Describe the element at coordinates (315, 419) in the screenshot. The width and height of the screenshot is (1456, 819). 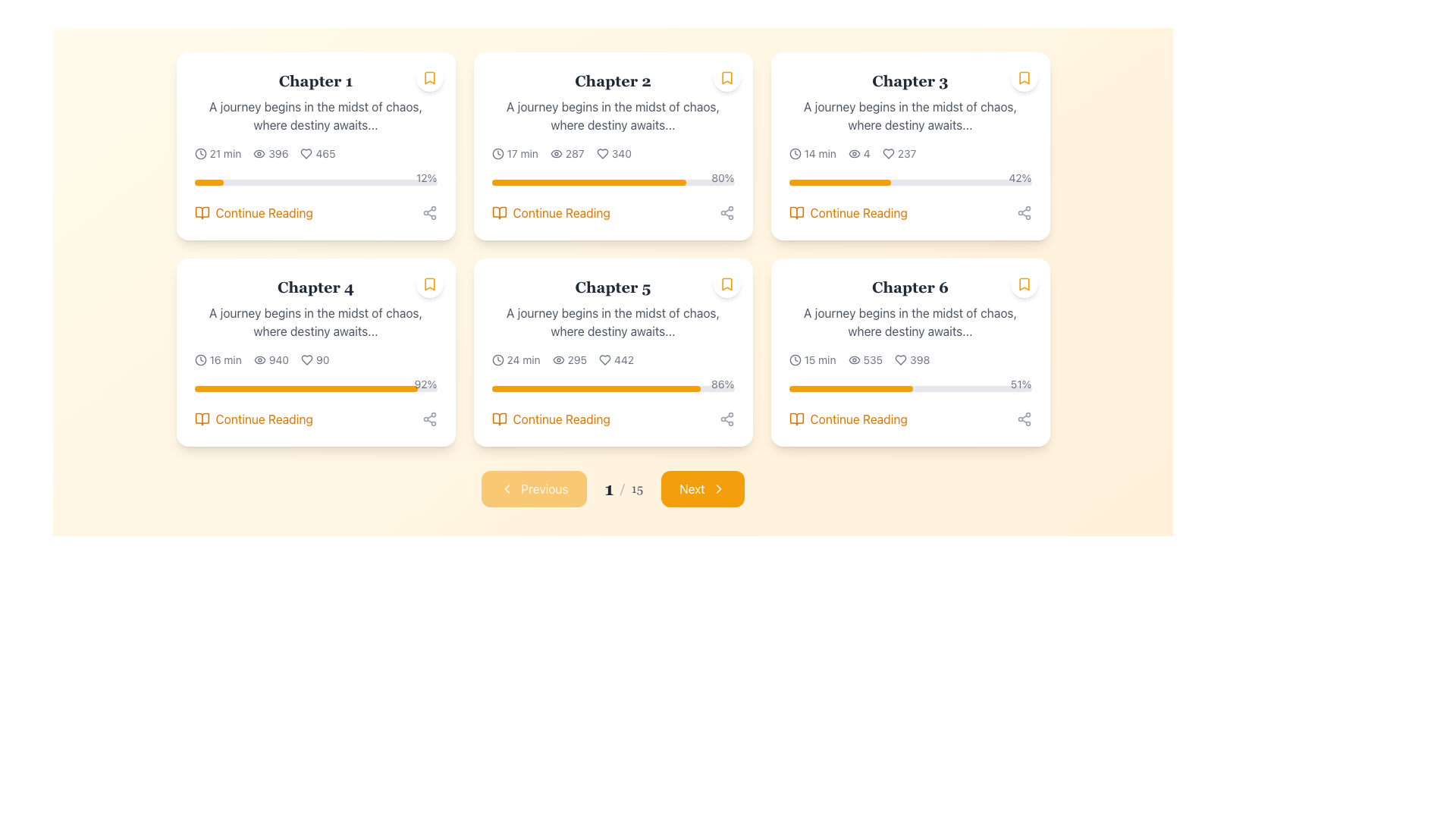
I see `the interactive button located beneath the progress bar indicating '92%' progress in the bottom section of the fourth card in a grid layout` at that location.